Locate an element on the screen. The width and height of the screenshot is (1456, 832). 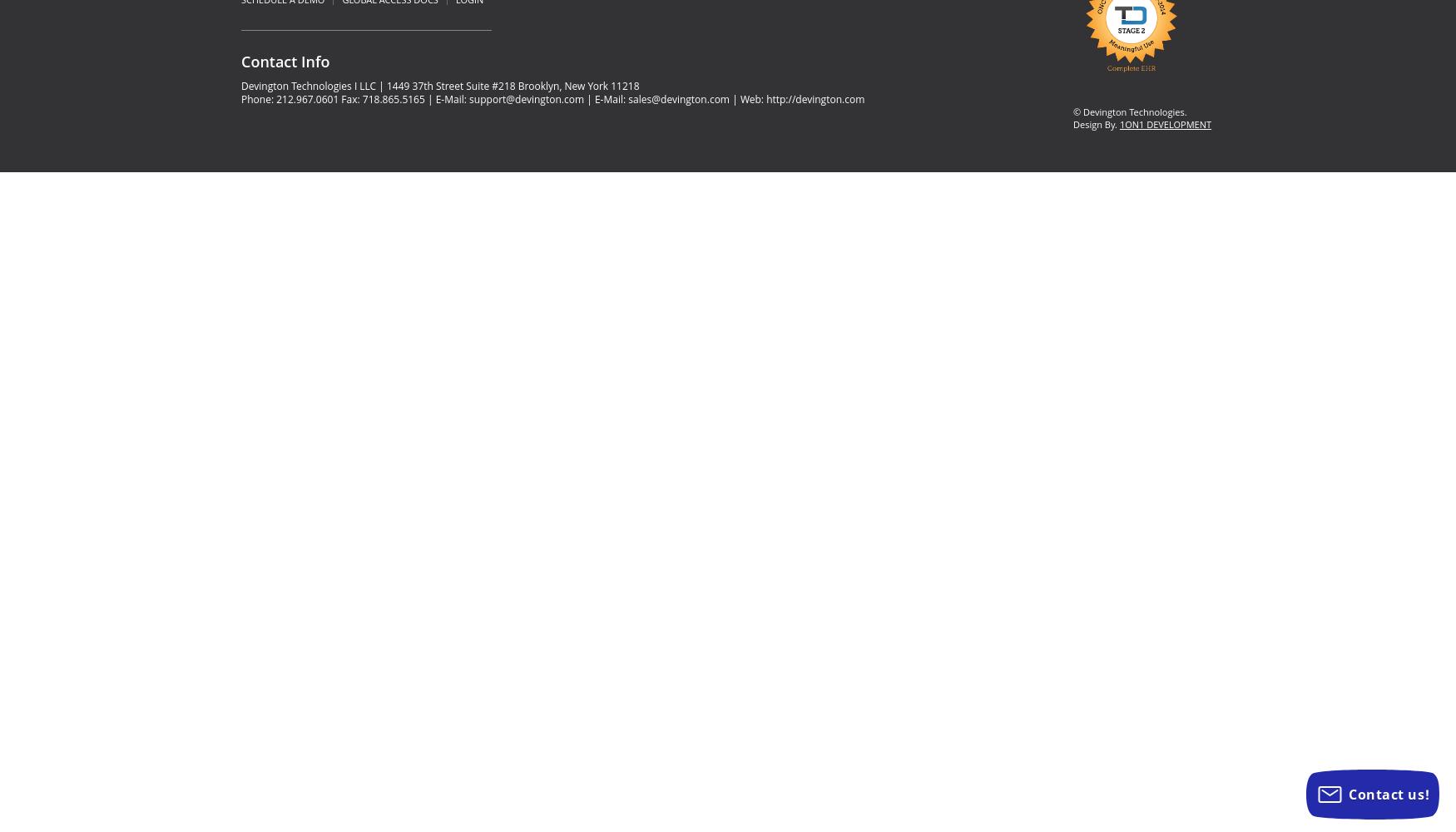
'Phone: 212.967.0601   Fax: 718.865.5165
| E-Mail:' is located at coordinates (354, 97).